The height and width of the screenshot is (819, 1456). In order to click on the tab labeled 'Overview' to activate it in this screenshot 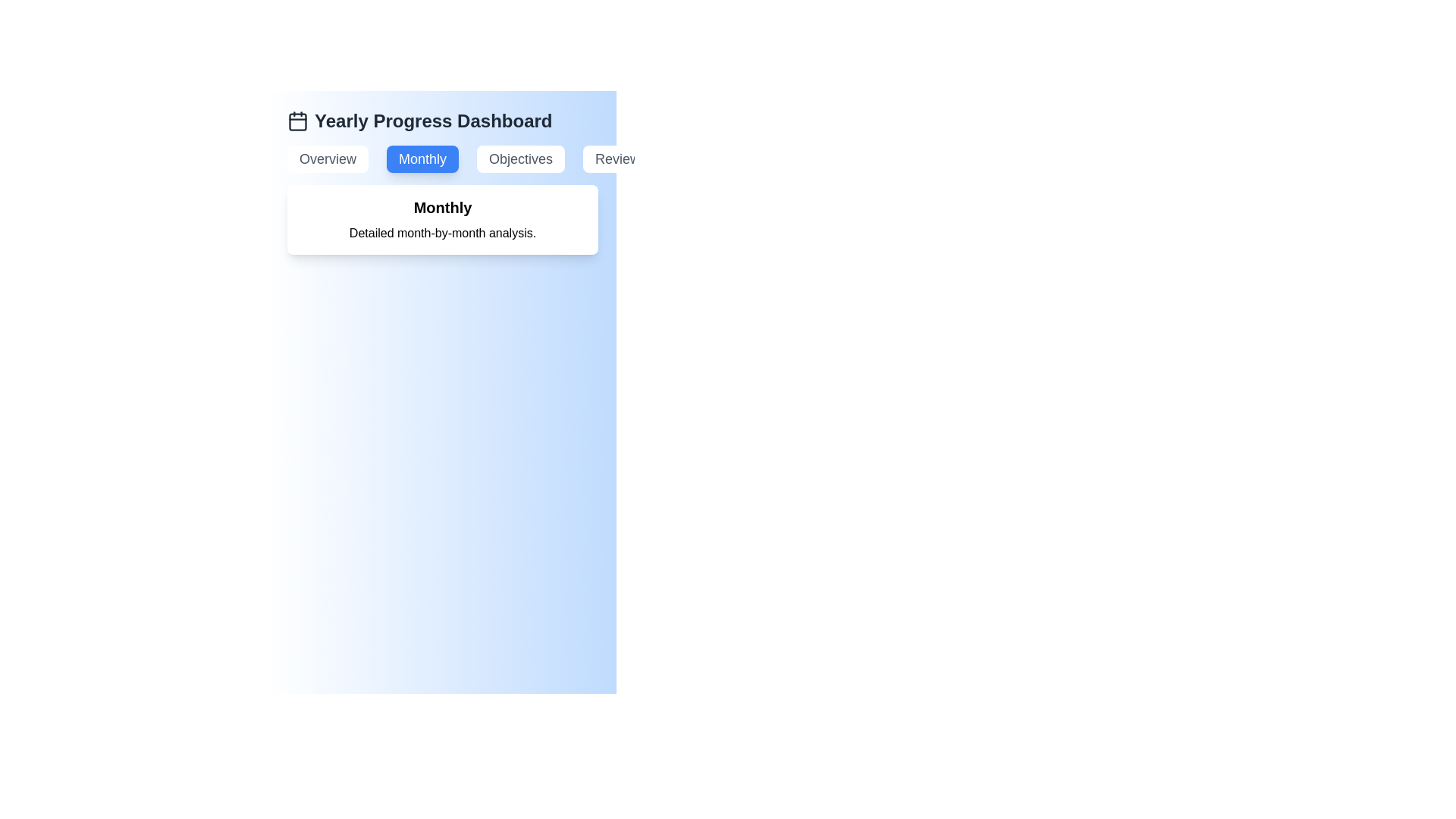, I will do `click(327, 158)`.